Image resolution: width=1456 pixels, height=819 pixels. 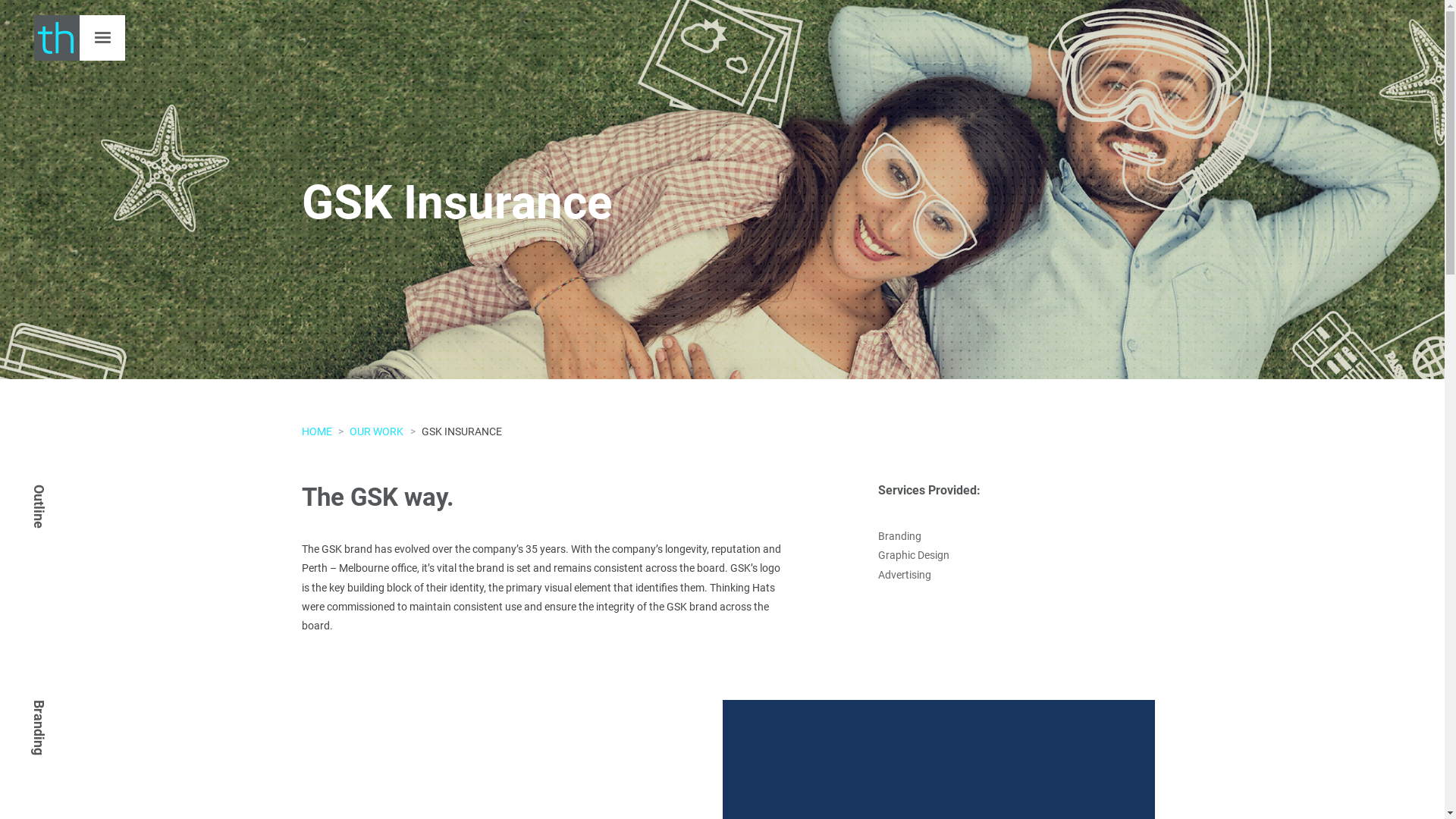 I want to click on 'OUR WORK', so click(x=376, y=431).